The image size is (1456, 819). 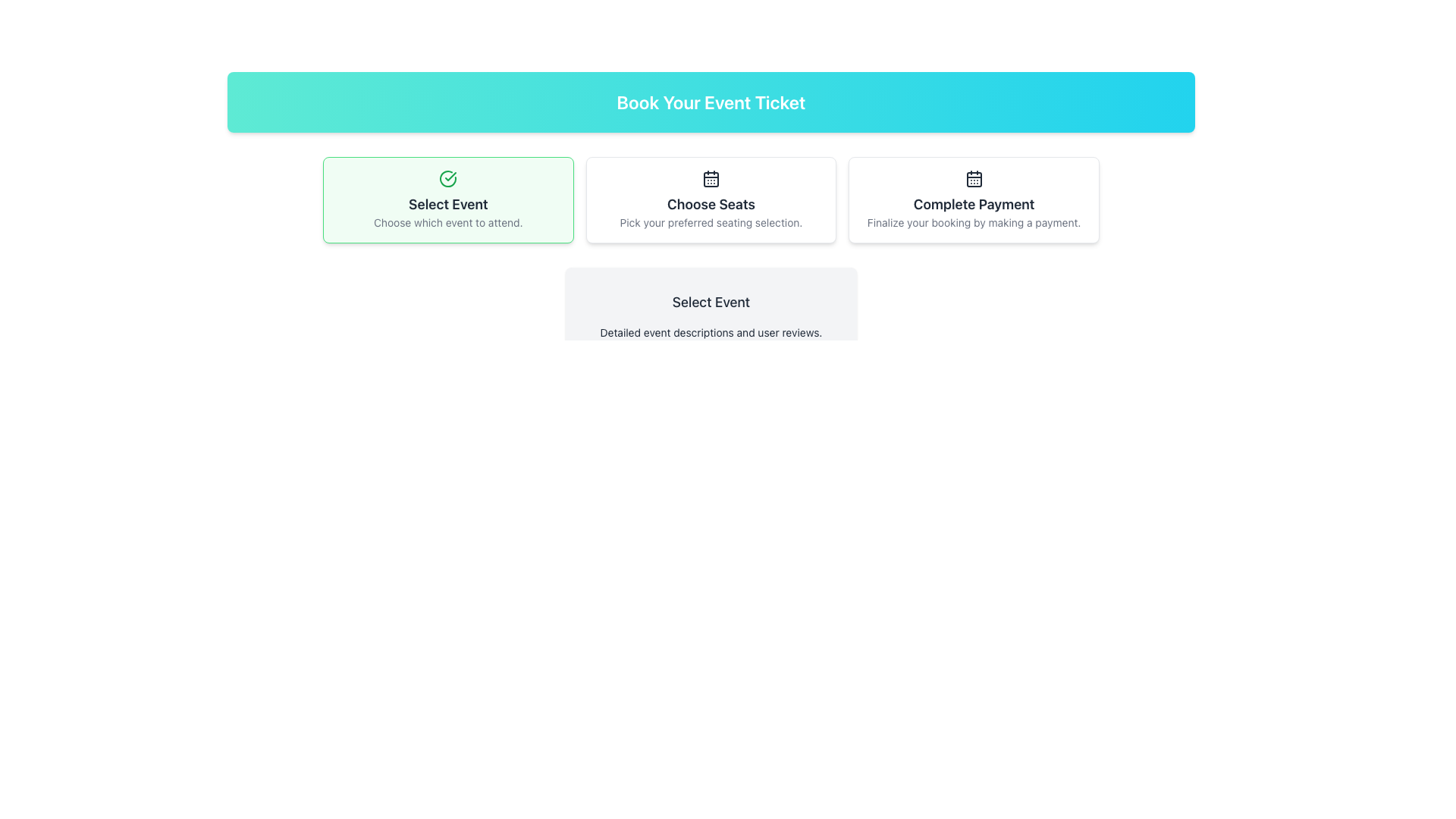 I want to click on the Text element that serves as a label for seating preference, positioned below a calendar icon and above the subtitle 'Pick your preferred seating selection.', so click(x=710, y=205).